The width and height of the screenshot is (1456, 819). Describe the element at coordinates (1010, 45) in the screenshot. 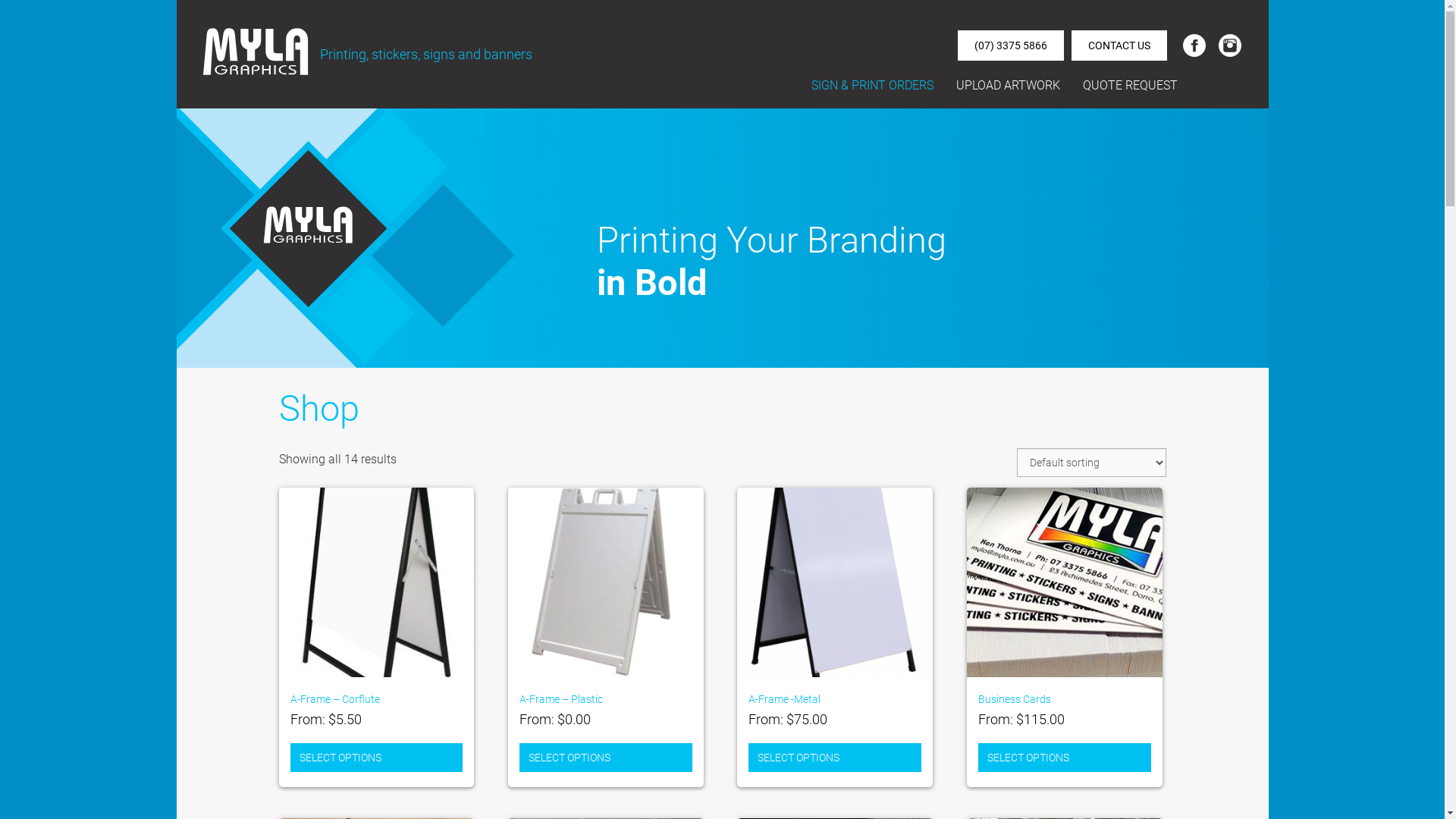

I see `'(07) 3375 5866'` at that location.